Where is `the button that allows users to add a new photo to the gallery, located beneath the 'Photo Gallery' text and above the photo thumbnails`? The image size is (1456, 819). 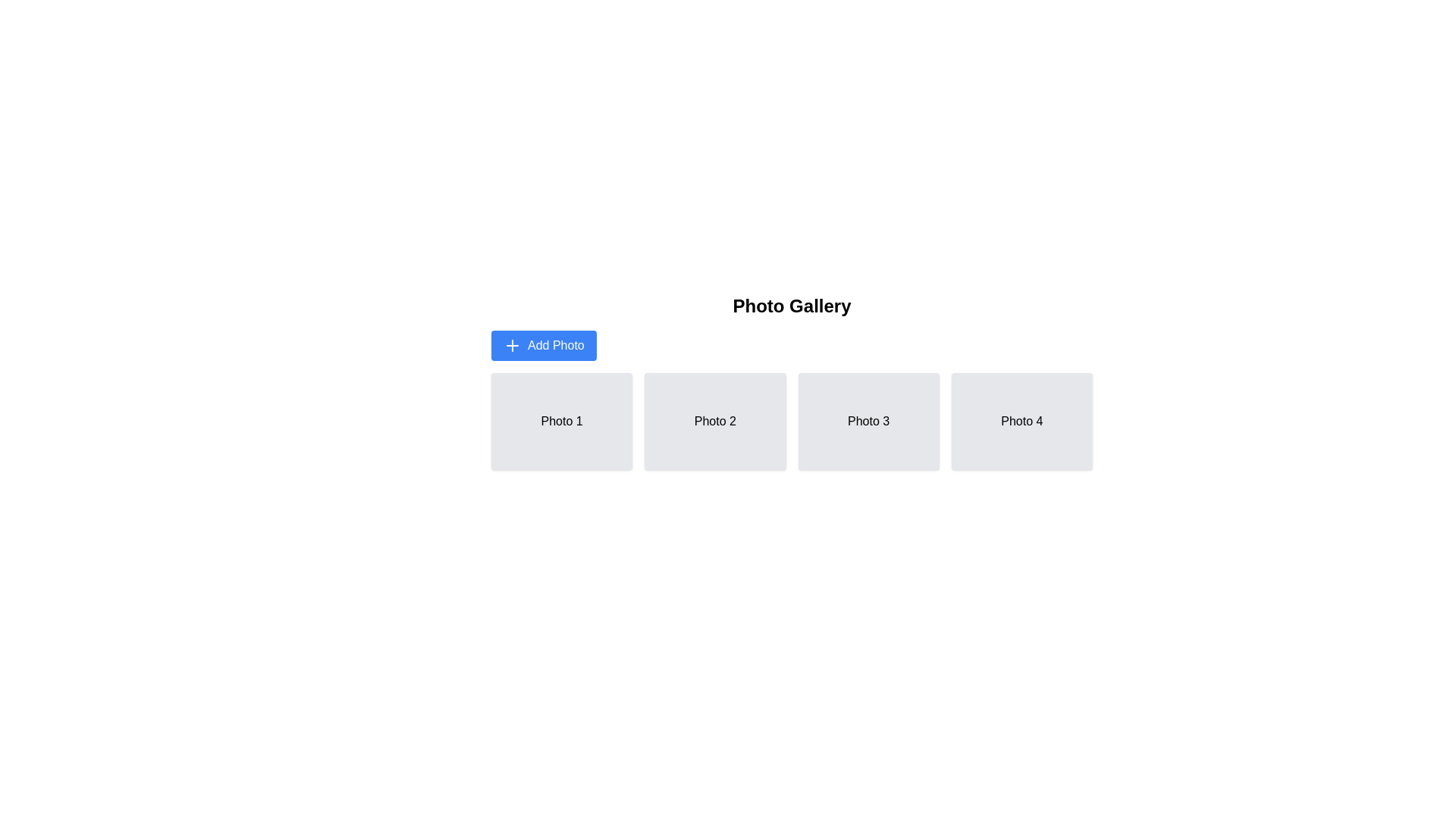
the button that allows users to add a new photo to the gallery, located beneath the 'Photo Gallery' text and above the photo thumbnails is located at coordinates (544, 345).